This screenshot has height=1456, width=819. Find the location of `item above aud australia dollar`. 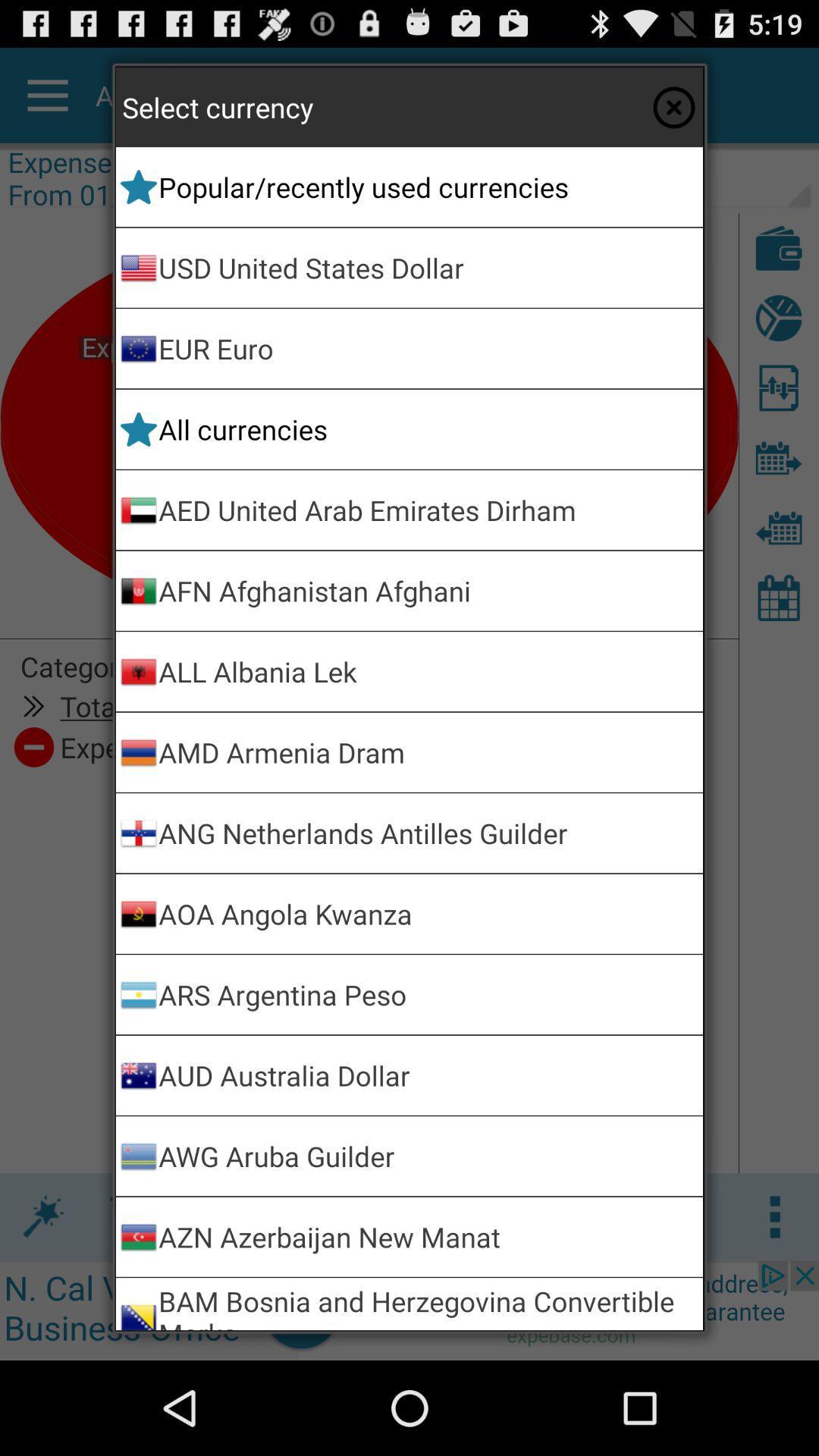

item above aud australia dollar is located at coordinates (428, 994).